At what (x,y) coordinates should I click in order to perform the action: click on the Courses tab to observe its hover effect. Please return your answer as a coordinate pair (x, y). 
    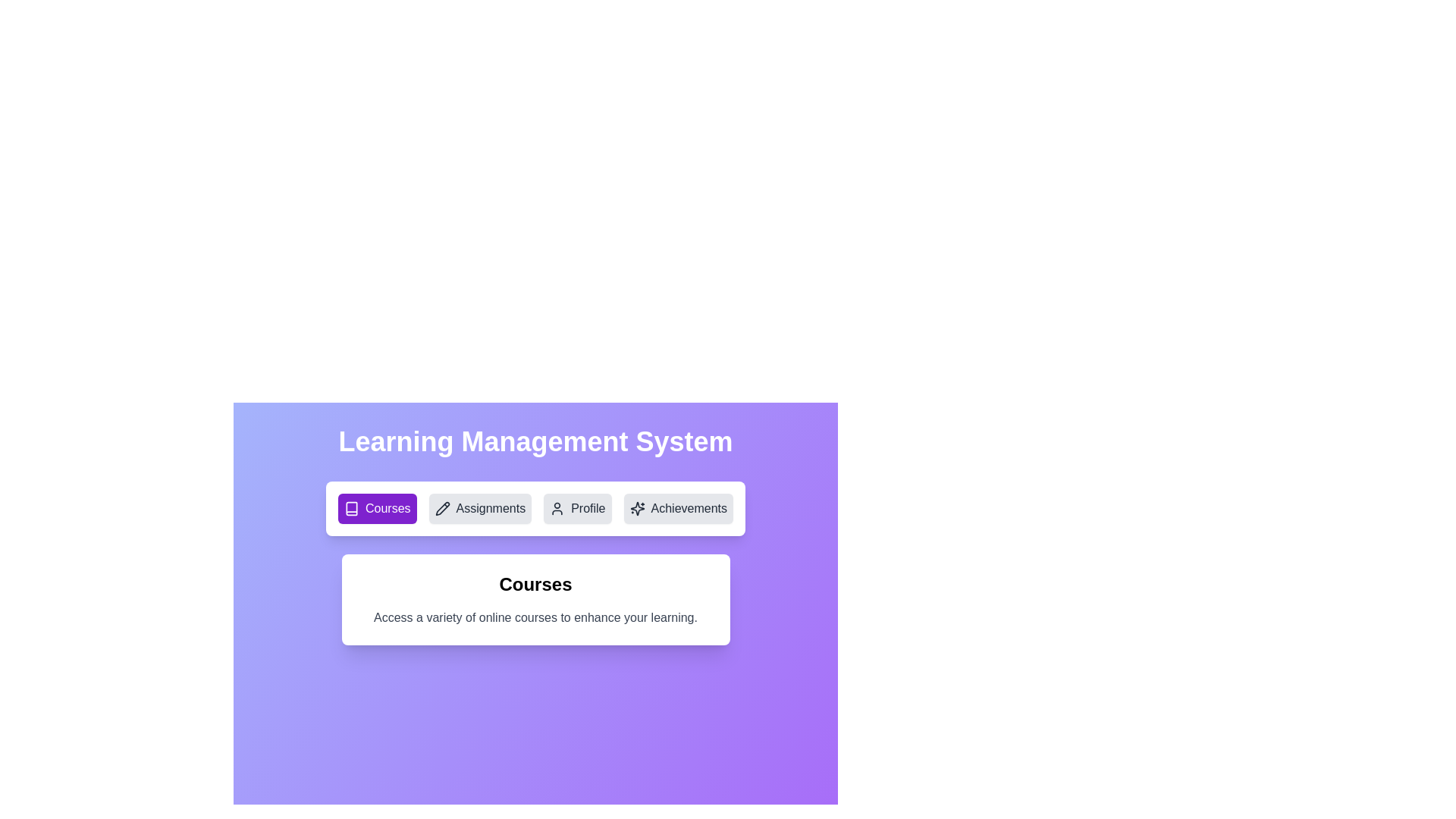
    Looking at the image, I should click on (377, 509).